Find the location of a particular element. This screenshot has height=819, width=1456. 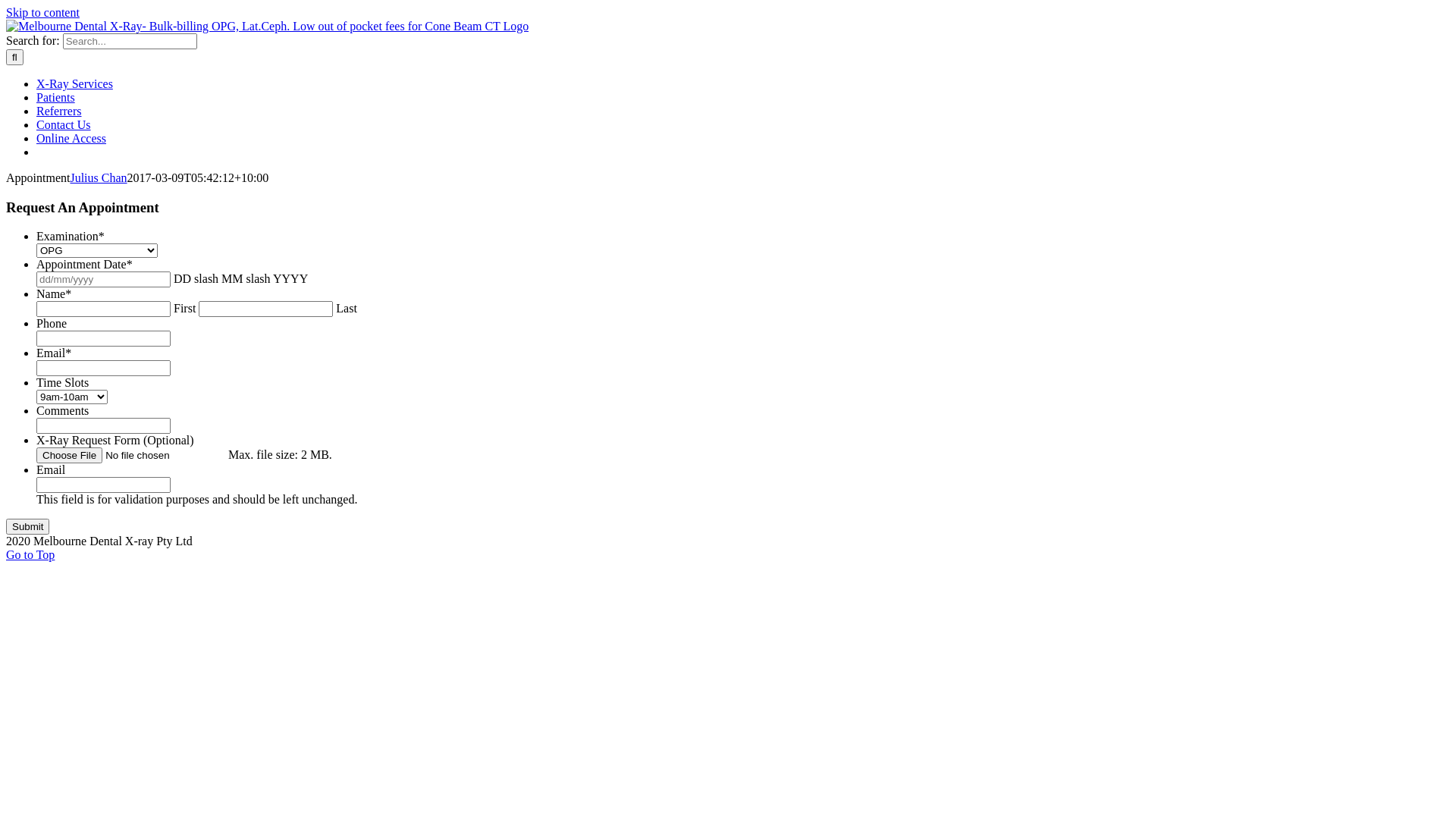

'Online Access' is located at coordinates (71, 138).